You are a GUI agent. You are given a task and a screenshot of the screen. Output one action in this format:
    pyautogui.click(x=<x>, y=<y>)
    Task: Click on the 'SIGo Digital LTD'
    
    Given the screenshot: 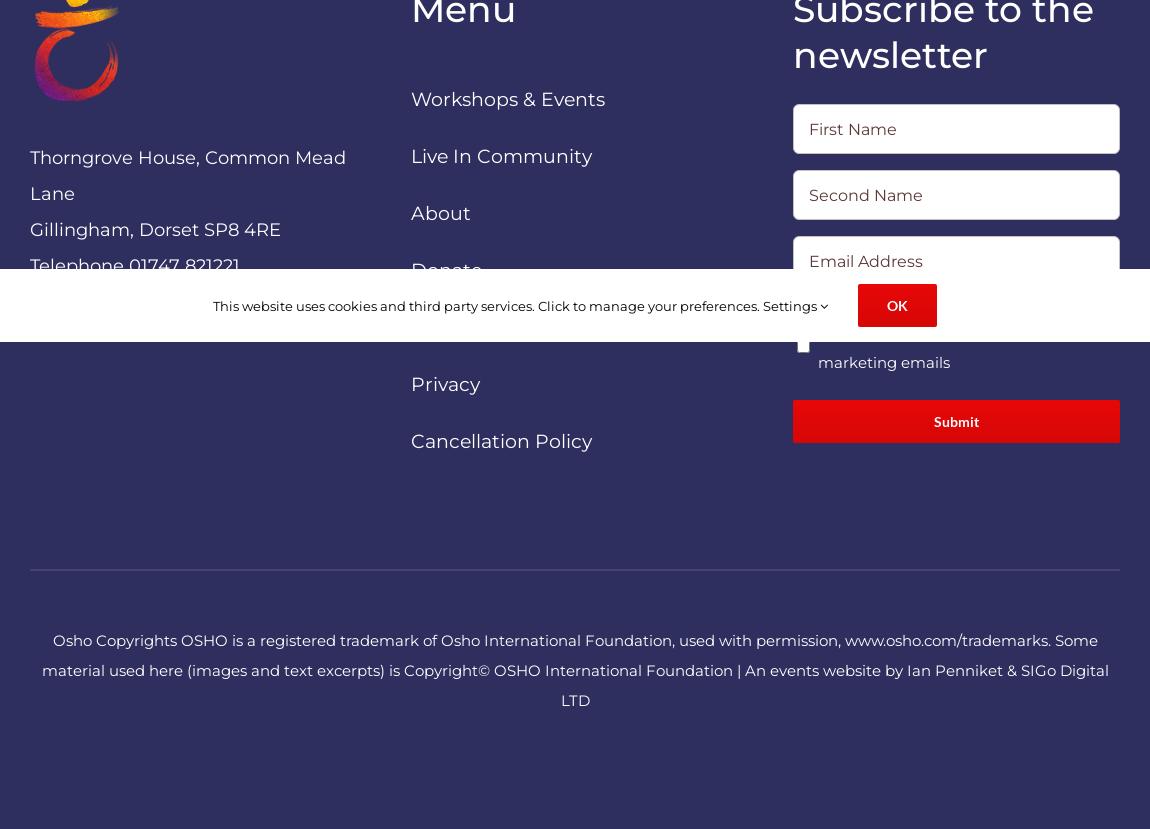 What is the action you would take?
    pyautogui.click(x=832, y=685)
    